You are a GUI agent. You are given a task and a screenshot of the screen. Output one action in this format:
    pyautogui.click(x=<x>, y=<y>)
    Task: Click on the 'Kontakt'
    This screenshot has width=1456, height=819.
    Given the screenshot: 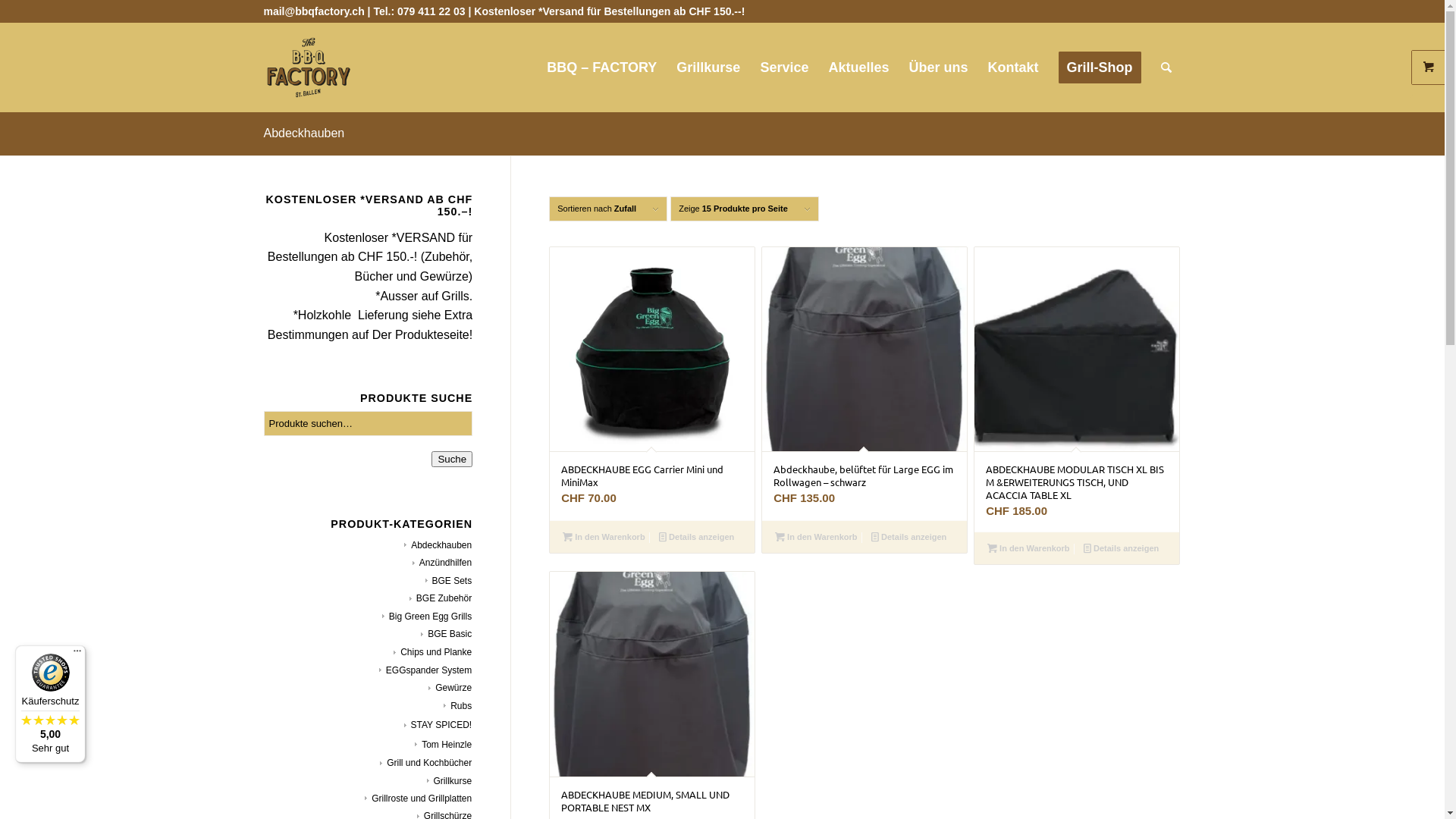 What is the action you would take?
    pyautogui.click(x=1013, y=66)
    